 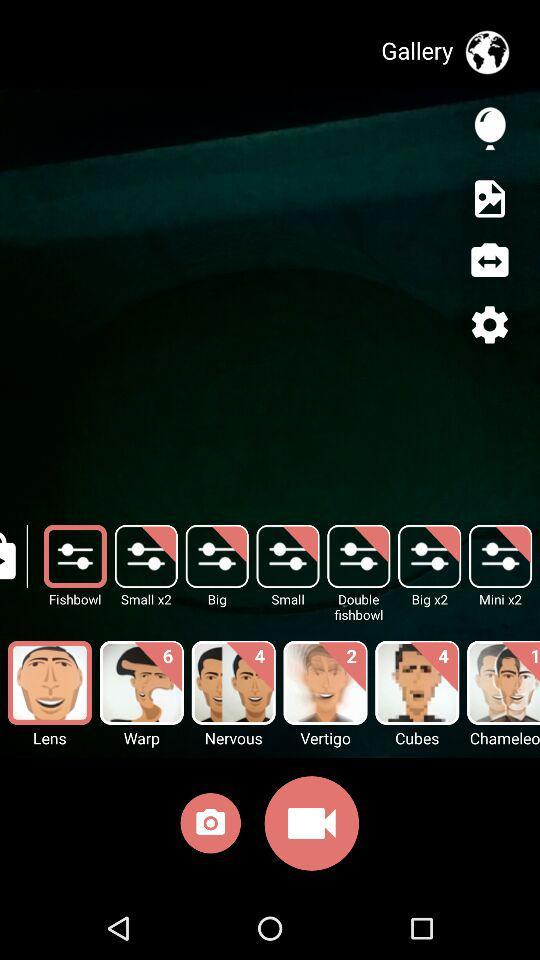 What do you see at coordinates (502, 683) in the screenshot?
I see `icon above chameleon` at bounding box center [502, 683].